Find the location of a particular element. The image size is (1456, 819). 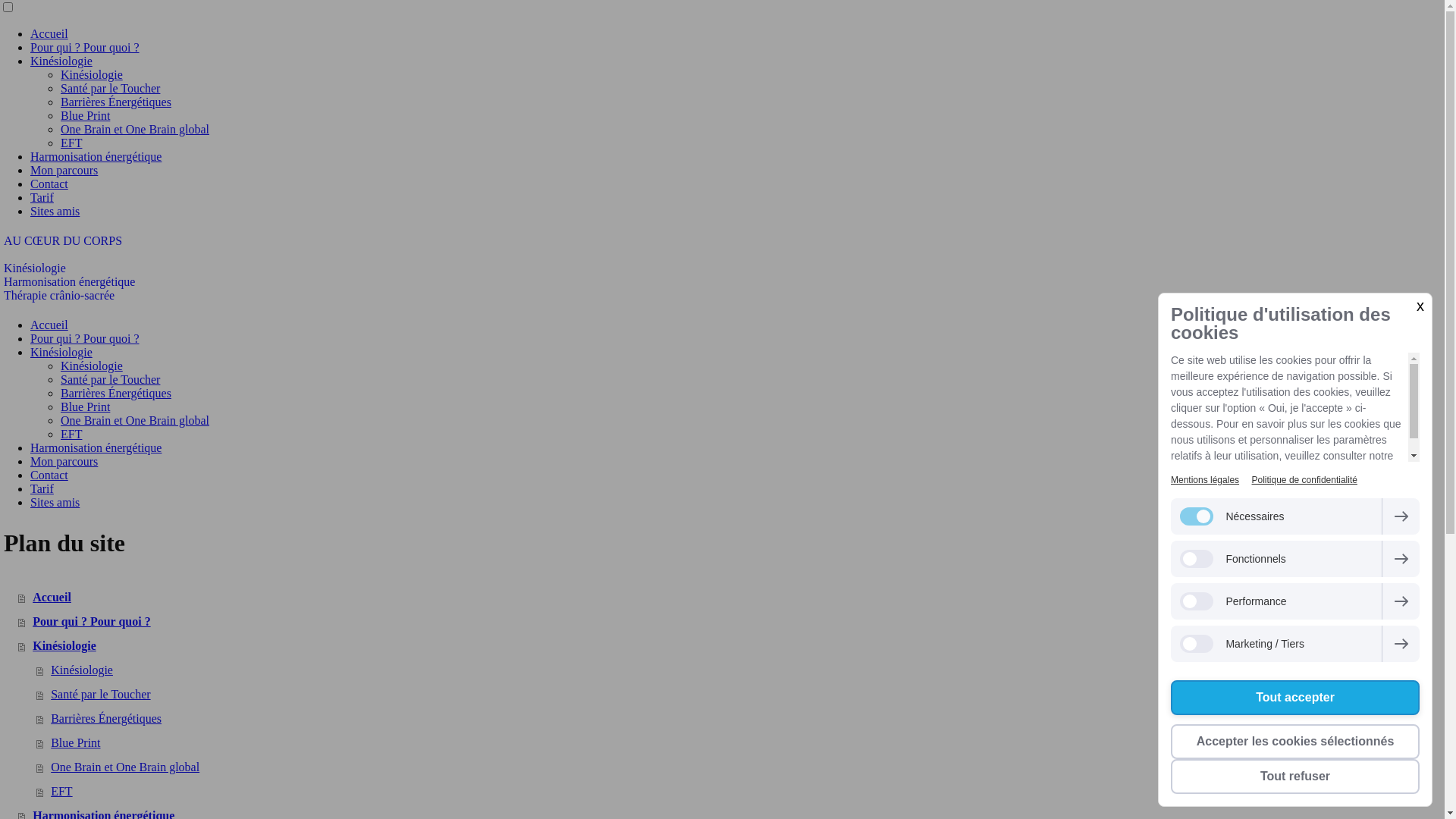

'Accueil' is located at coordinates (18, 596).